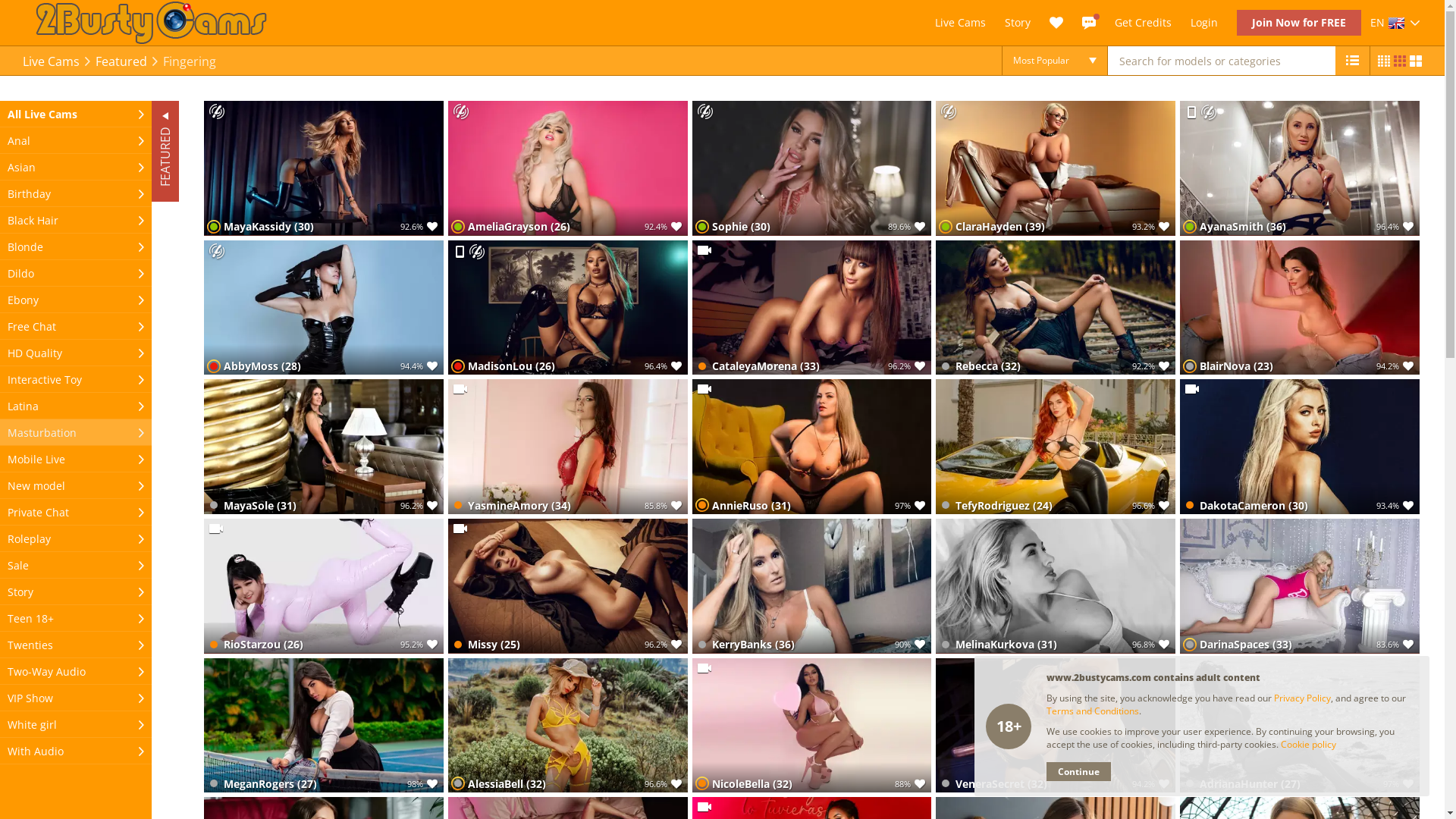 Image resolution: width=1456 pixels, height=819 pixels. I want to click on 'Login', so click(1189, 23).